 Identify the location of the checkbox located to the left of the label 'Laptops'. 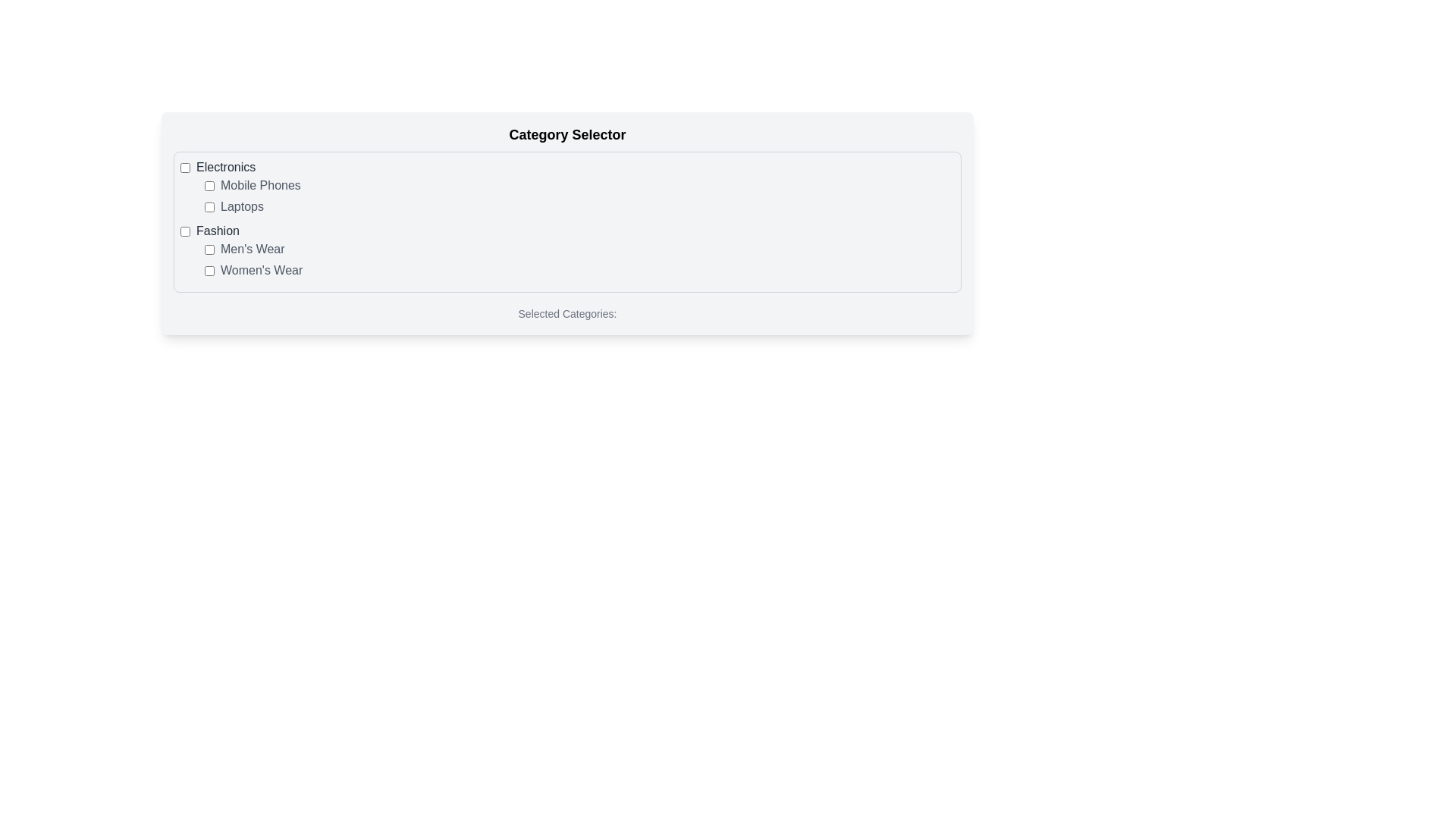
(209, 207).